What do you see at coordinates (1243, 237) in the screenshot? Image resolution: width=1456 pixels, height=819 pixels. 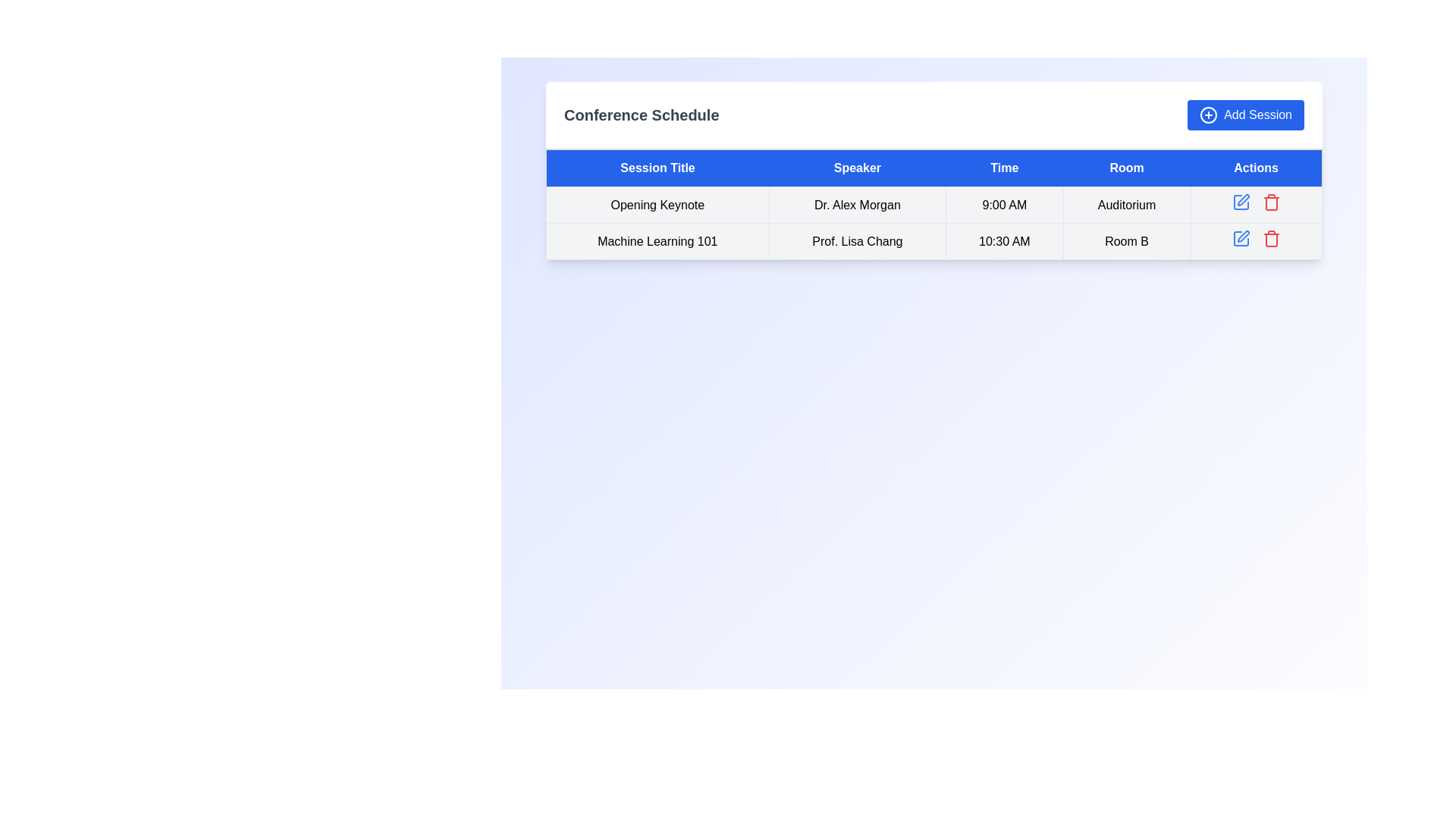 I see `the 'Edit' icon button located in the second row of the table under the 'Actions' column` at bounding box center [1243, 237].